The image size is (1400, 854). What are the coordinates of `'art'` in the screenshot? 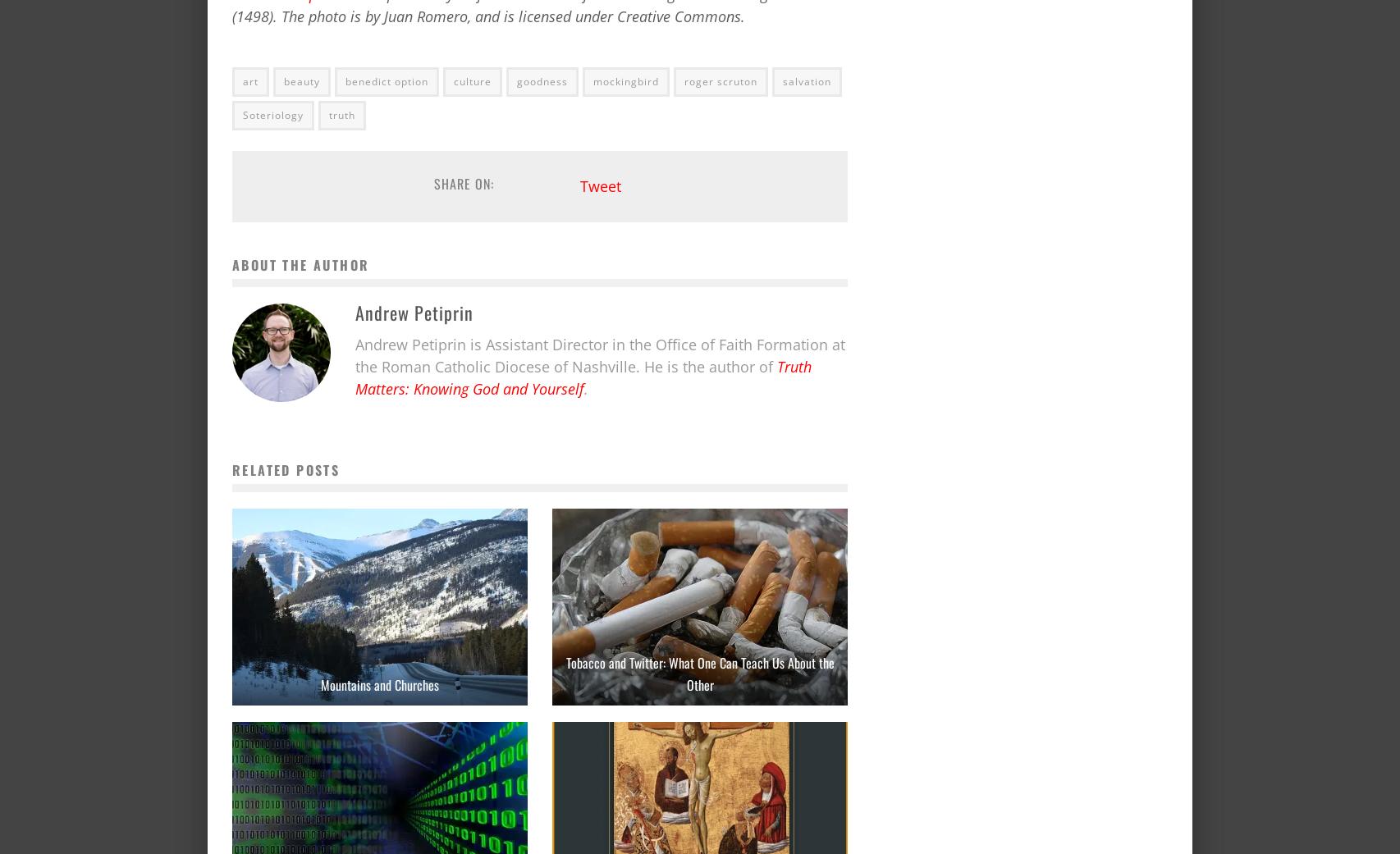 It's located at (250, 80).